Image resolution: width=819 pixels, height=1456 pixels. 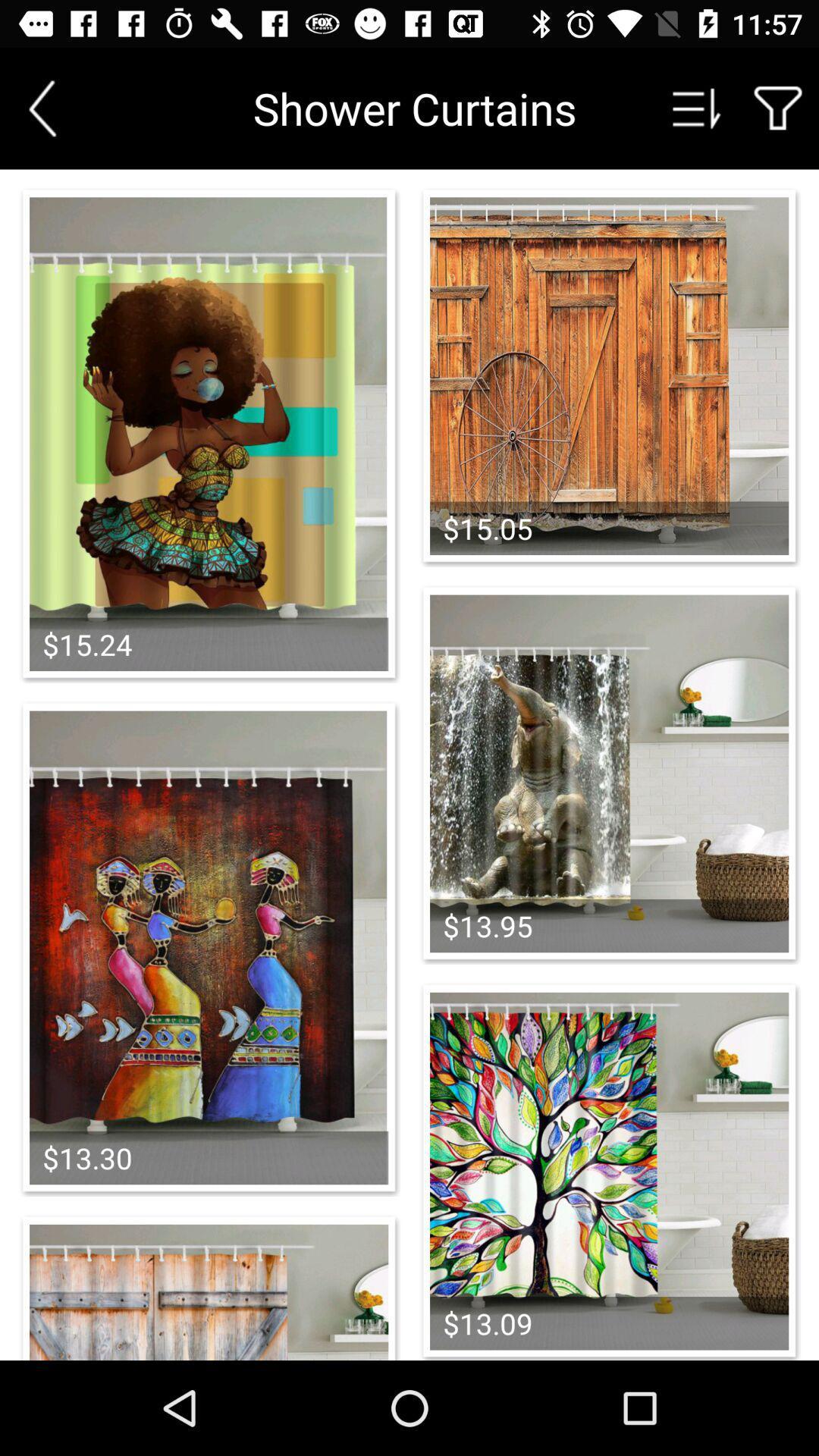 I want to click on open menu, so click(x=697, y=108).